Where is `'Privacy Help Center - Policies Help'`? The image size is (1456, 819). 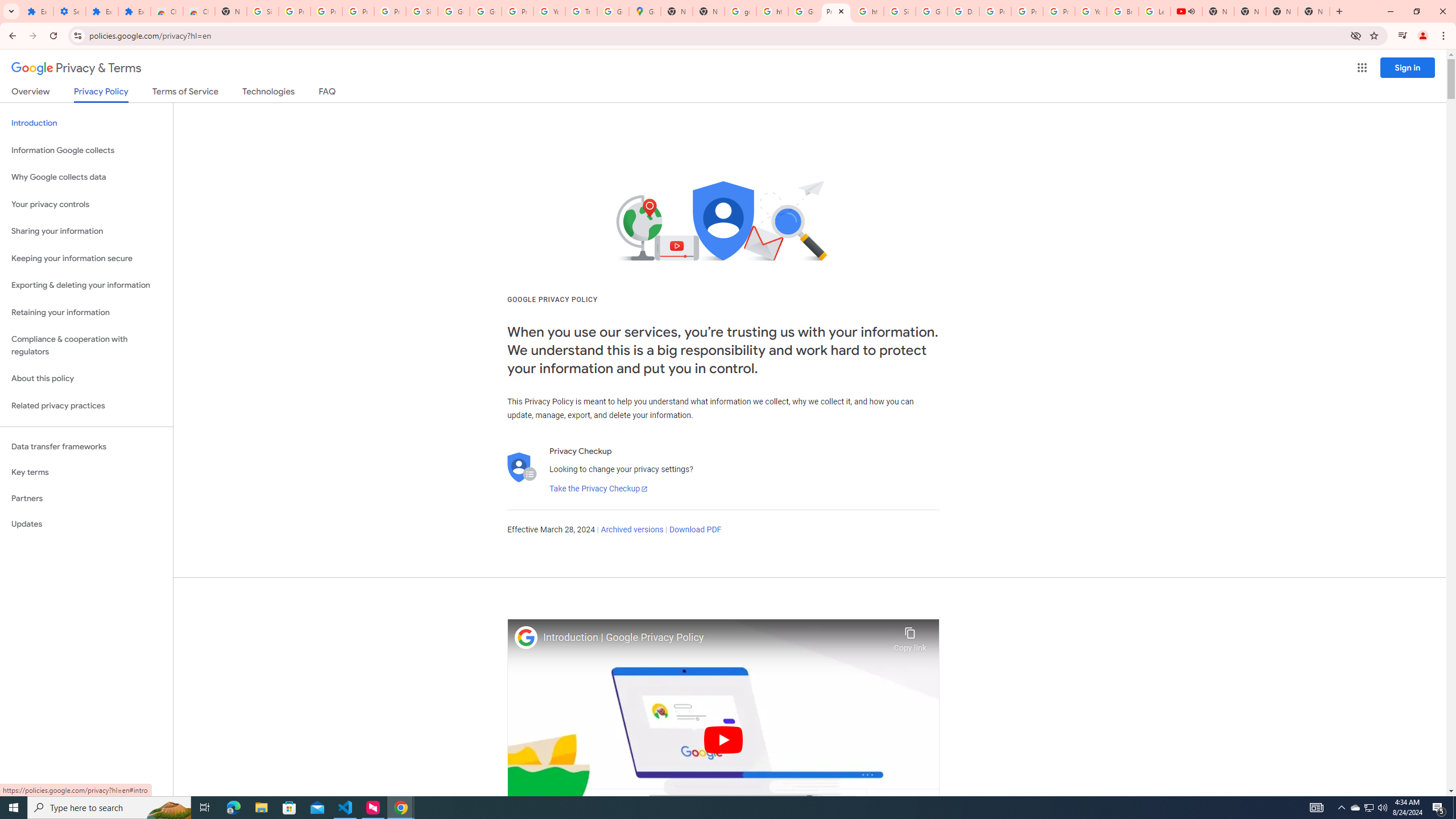 'Privacy Help Center - Policies Help' is located at coordinates (1027, 11).